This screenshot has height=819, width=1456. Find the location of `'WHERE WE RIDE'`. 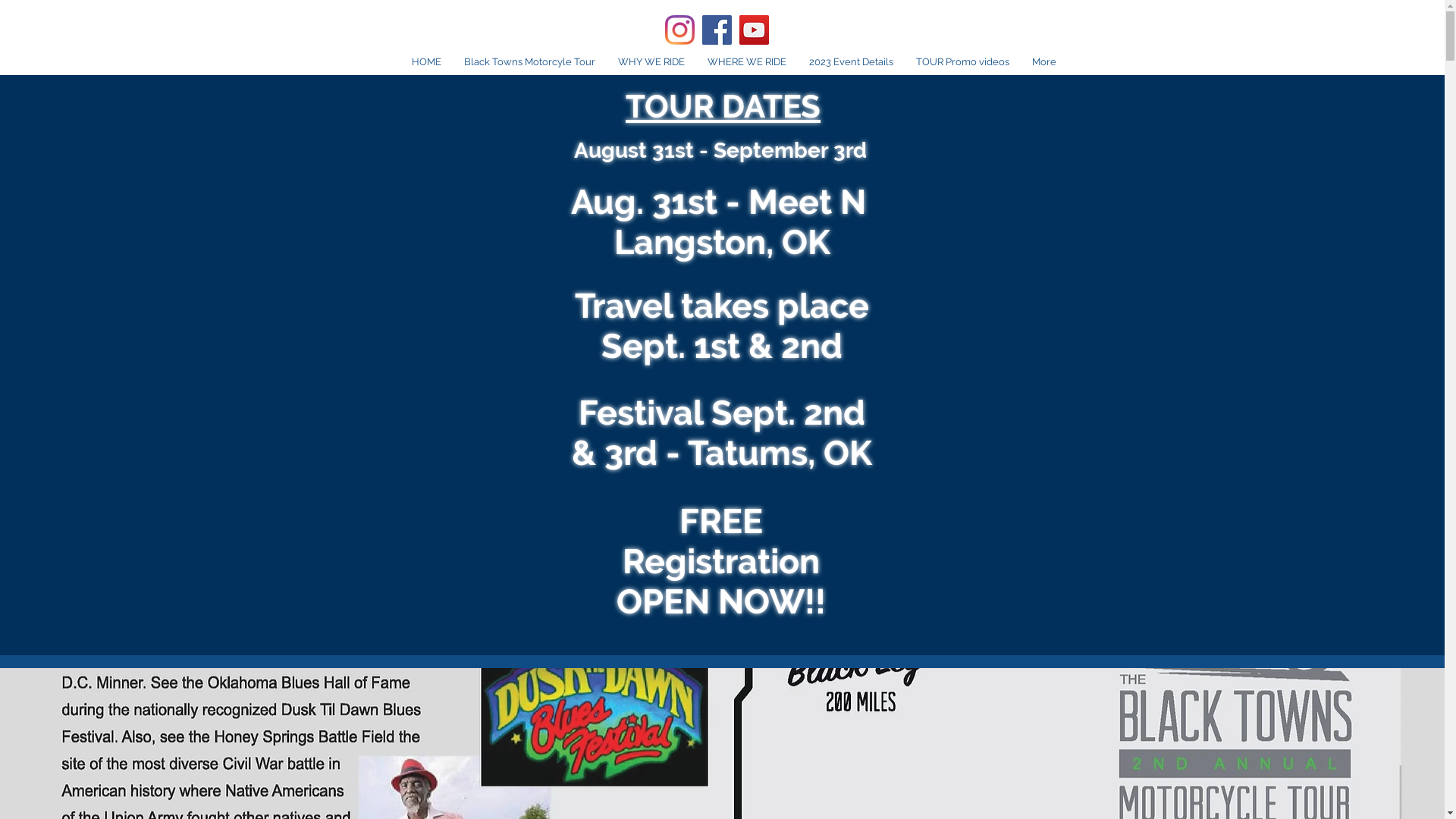

'WHERE WE RIDE' is located at coordinates (746, 61).